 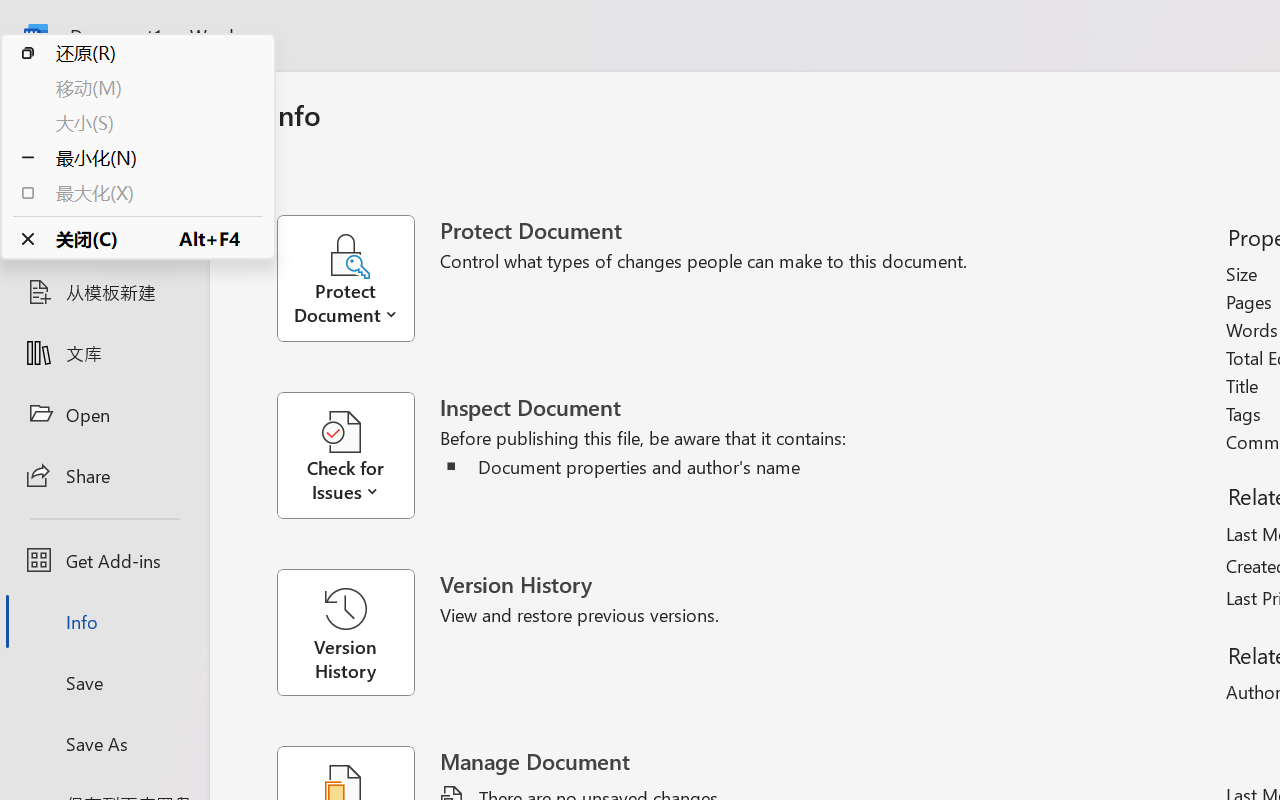 What do you see at coordinates (358, 454) in the screenshot?
I see `'Check for Issues'` at bounding box center [358, 454].